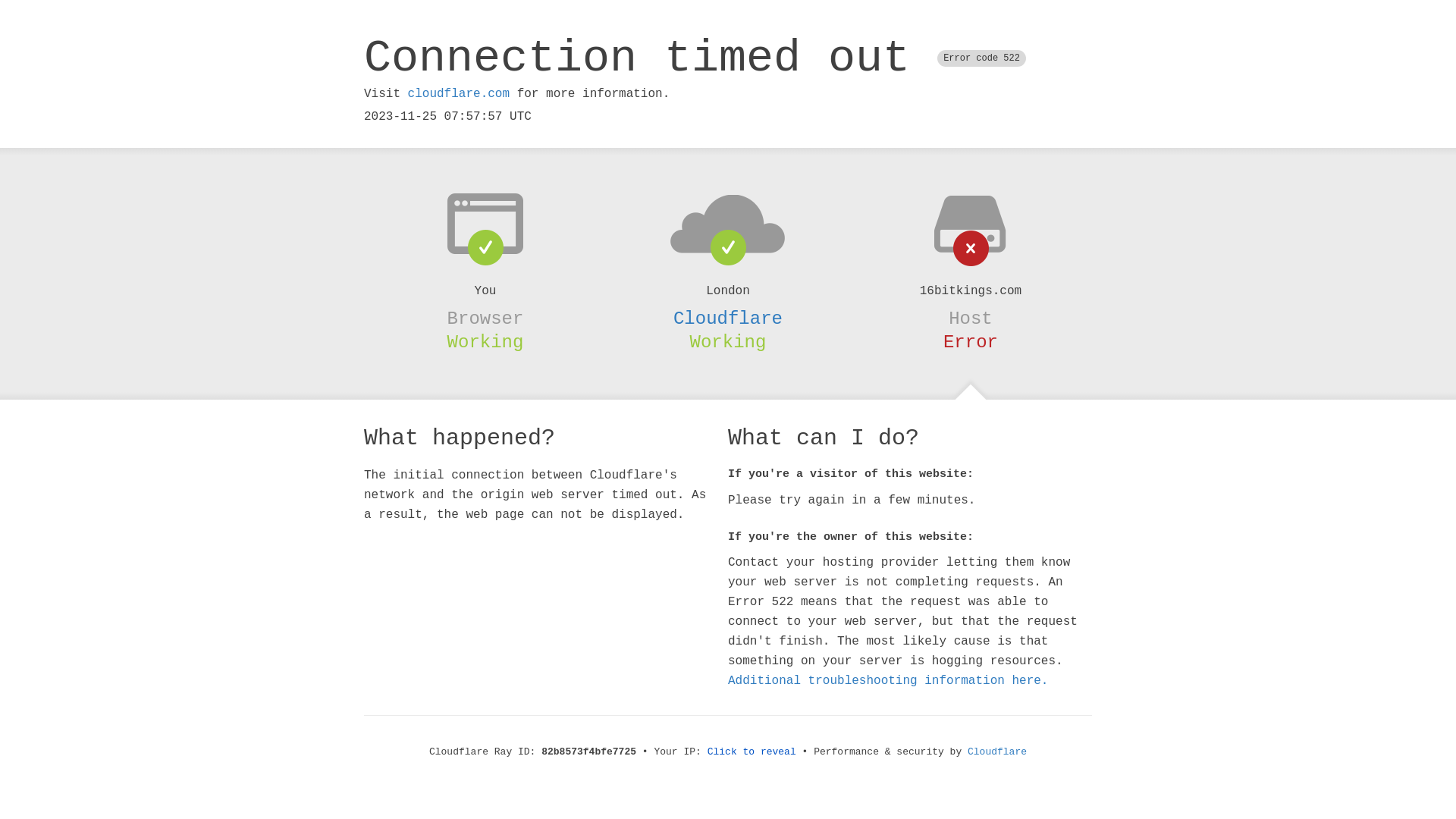  What do you see at coordinates (752, 752) in the screenshot?
I see `'Click to reveal'` at bounding box center [752, 752].